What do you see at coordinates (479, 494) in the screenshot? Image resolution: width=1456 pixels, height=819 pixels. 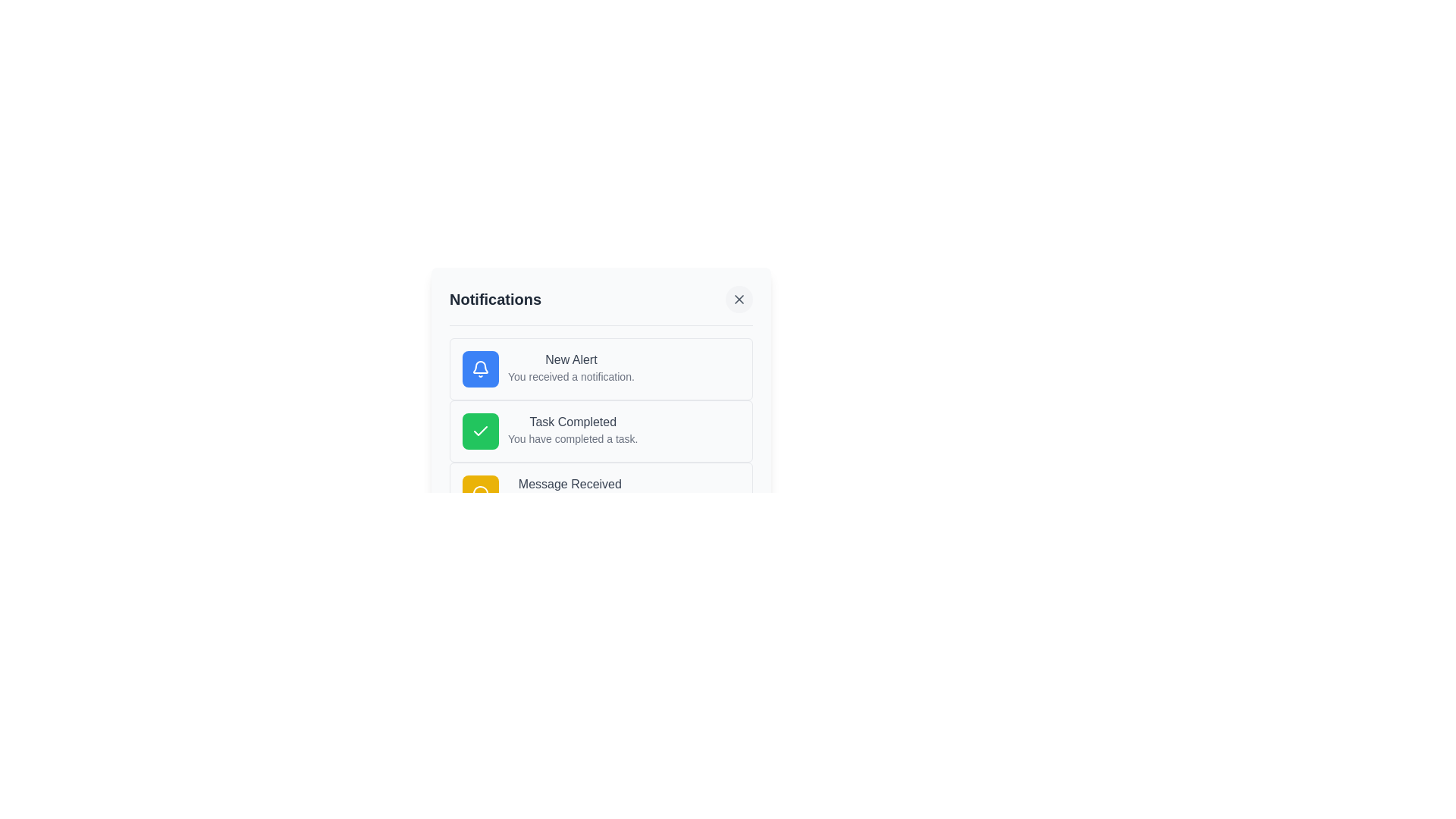 I see `the icon representing incoming messages or chat notifications located at the bottom-left corner of the third notification entry, under the 'Message Received' text` at bounding box center [479, 494].